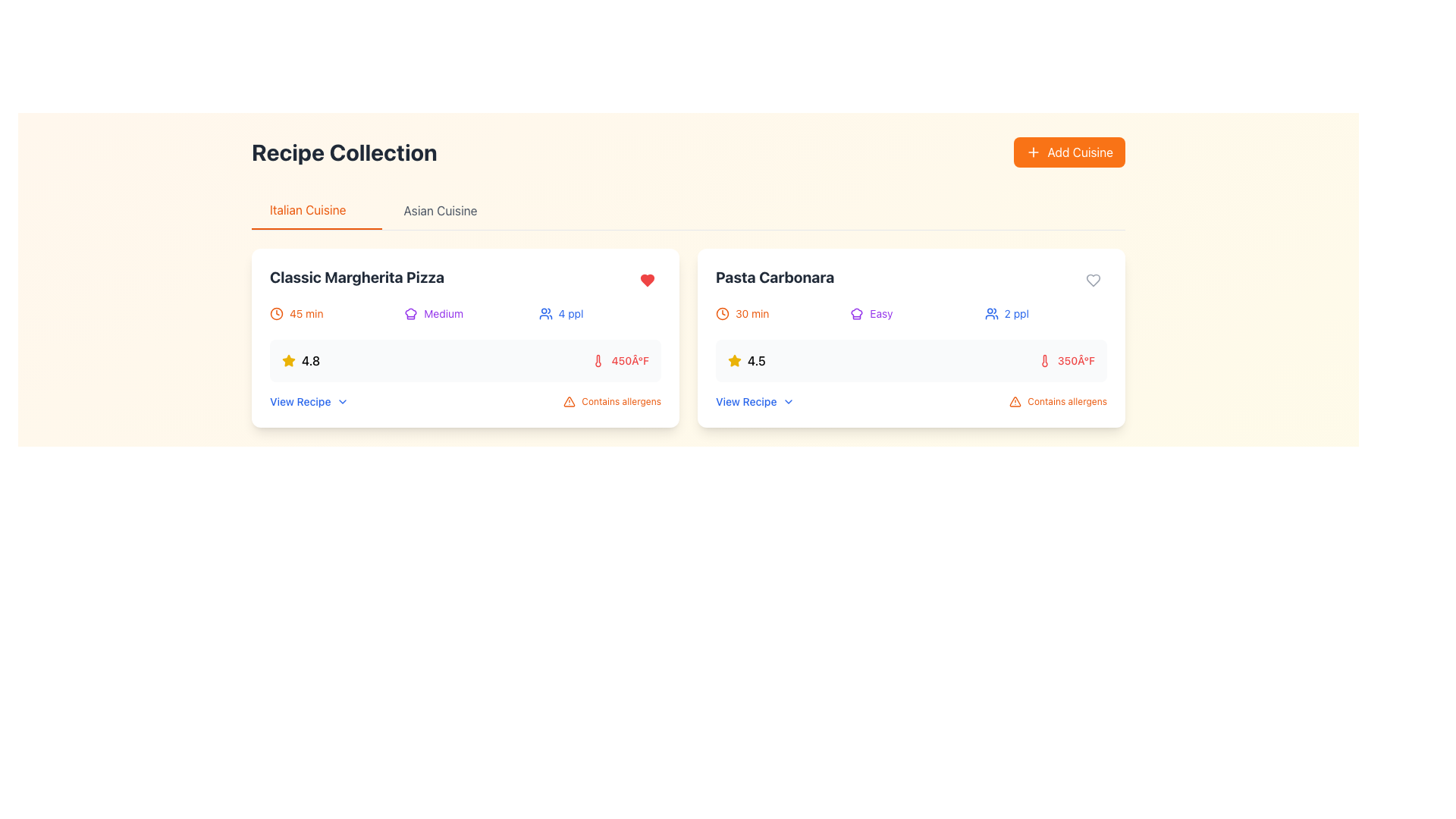 This screenshot has height=819, width=1456. Describe the element at coordinates (301, 360) in the screenshot. I see `the numerical rating '4.8' of the rating display component, which is visually represented by a yellow star icon and is located in the 'Classic Margherita Pizza' section of the recipe card` at that location.